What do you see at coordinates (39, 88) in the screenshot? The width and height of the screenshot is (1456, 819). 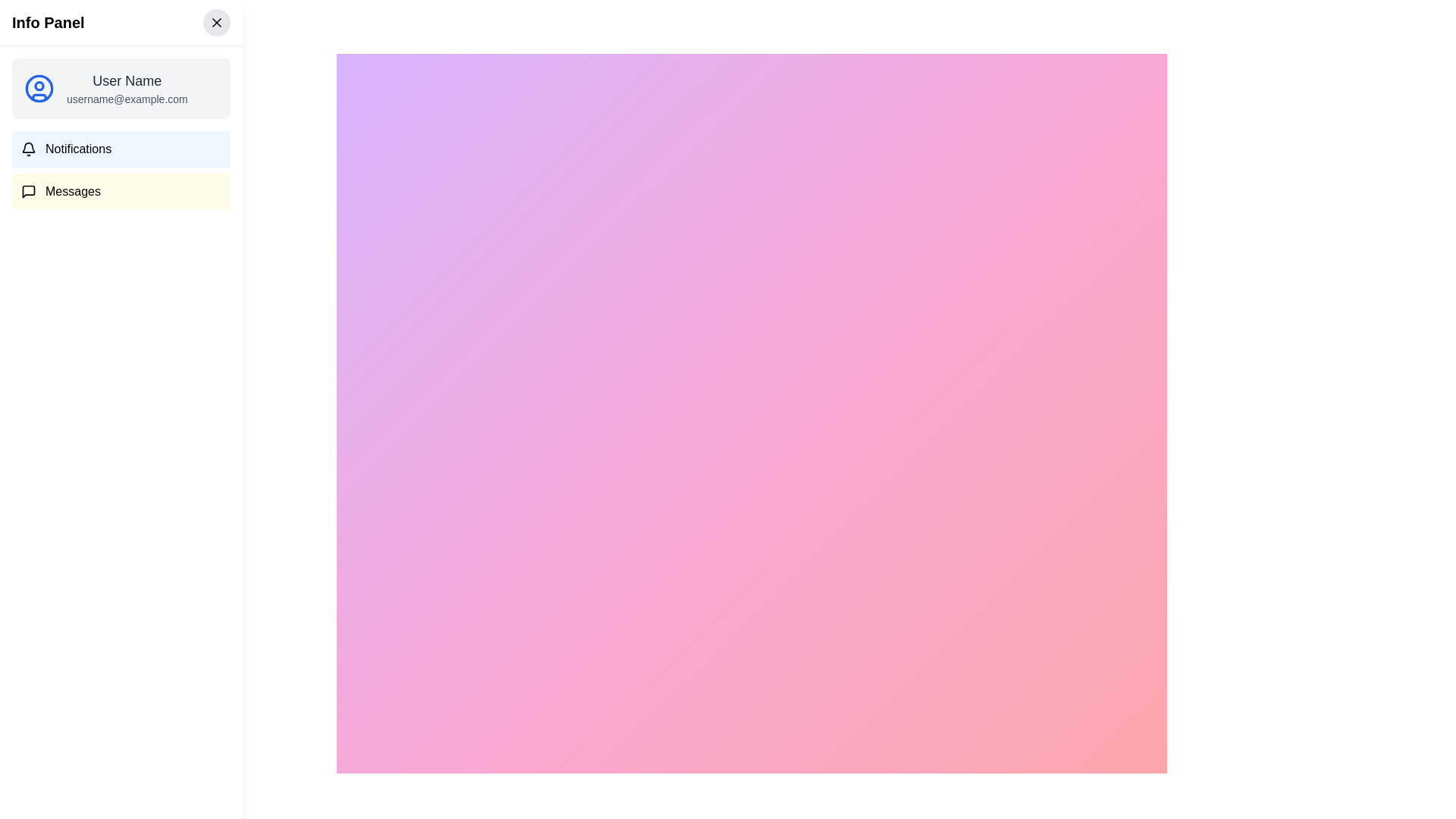 I see `the user profile icon located in the top section of the left-hand information panel, which is positioned to the left of the 'User Name' and 'username@example.com' text components, to initiate profile-related actions` at bounding box center [39, 88].